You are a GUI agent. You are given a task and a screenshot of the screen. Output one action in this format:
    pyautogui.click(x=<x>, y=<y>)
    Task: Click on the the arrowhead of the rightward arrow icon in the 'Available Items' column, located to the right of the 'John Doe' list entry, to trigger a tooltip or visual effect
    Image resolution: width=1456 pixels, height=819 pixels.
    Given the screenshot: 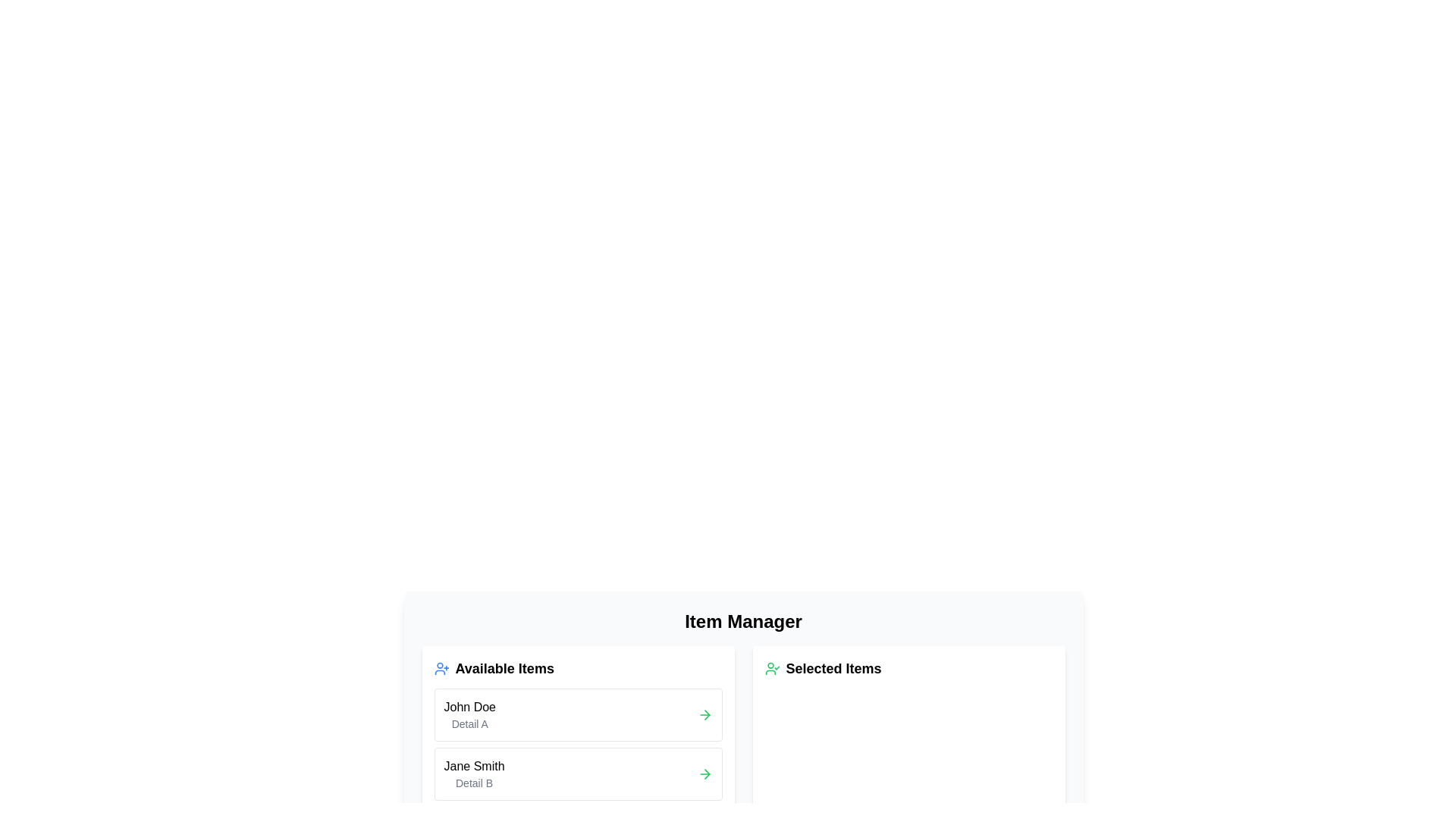 What is the action you would take?
    pyautogui.click(x=706, y=774)
    